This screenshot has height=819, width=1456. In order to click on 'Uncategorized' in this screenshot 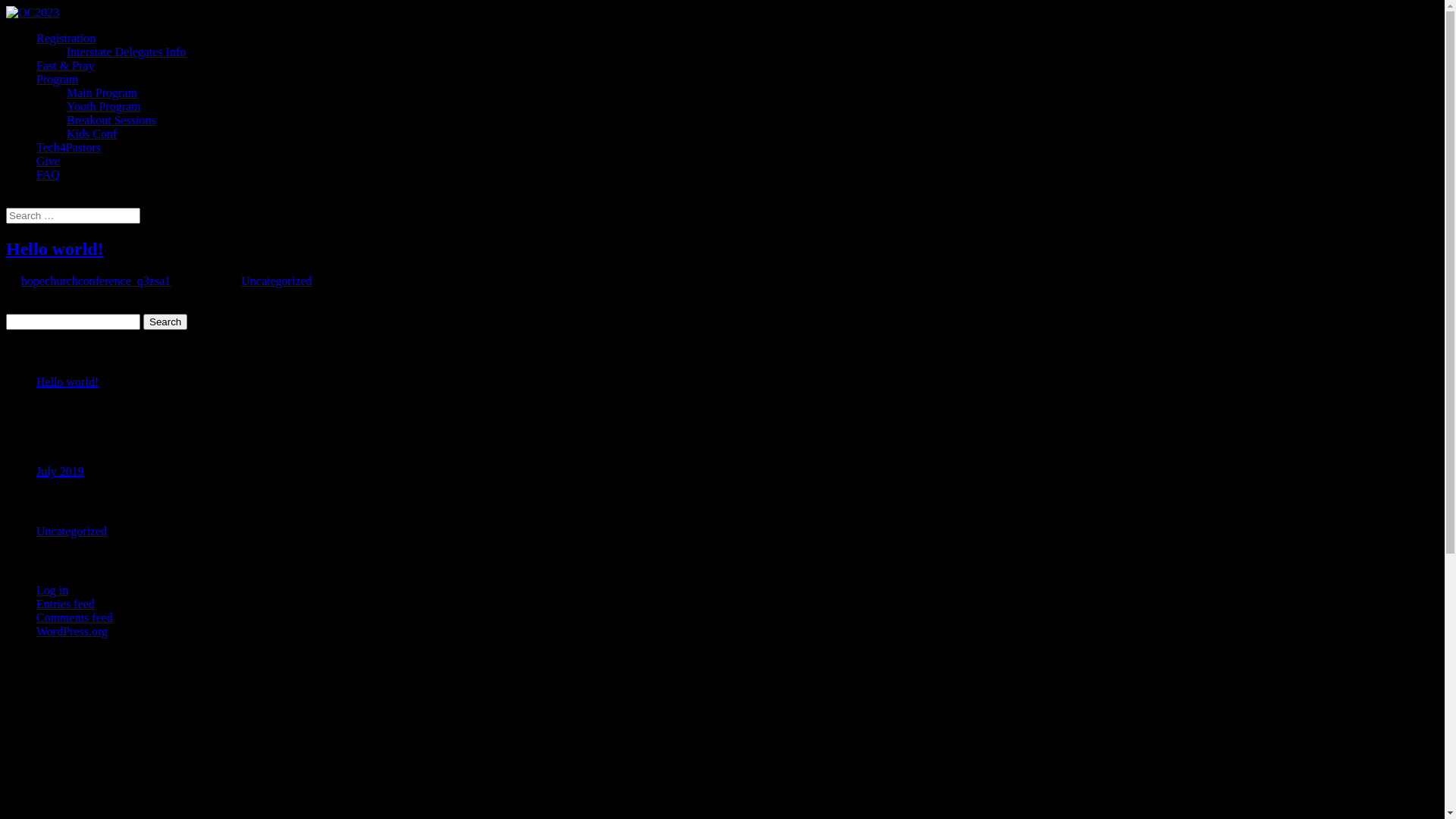, I will do `click(71, 530)`.